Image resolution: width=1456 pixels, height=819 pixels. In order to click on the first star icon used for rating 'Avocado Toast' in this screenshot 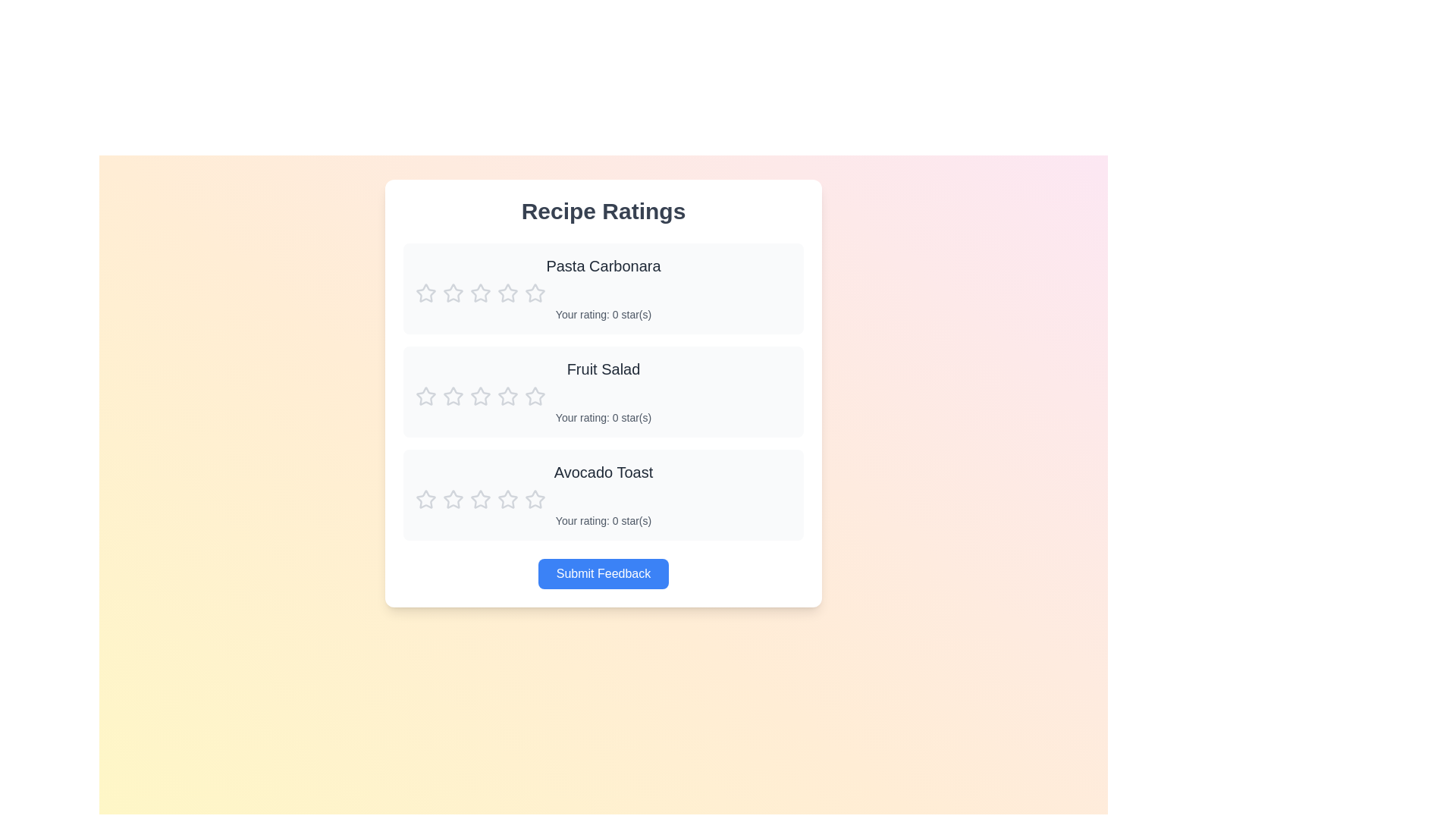, I will do `click(453, 499)`.